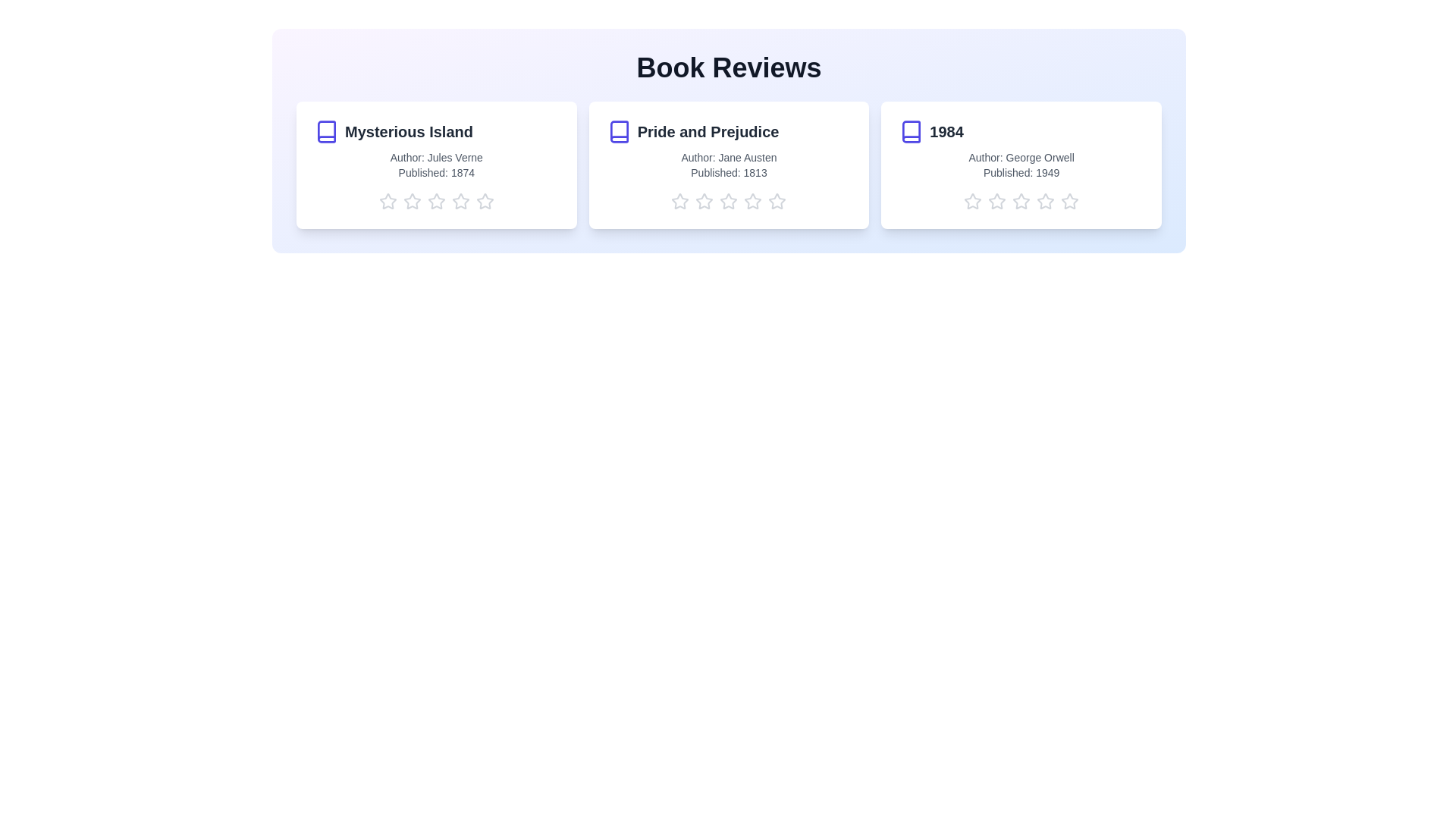 The width and height of the screenshot is (1456, 819). What do you see at coordinates (729, 165) in the screenshot?
I see `the card of the book titled 'Pride and Prejudice' to see the hover effect` at bounding box center [729, 165].